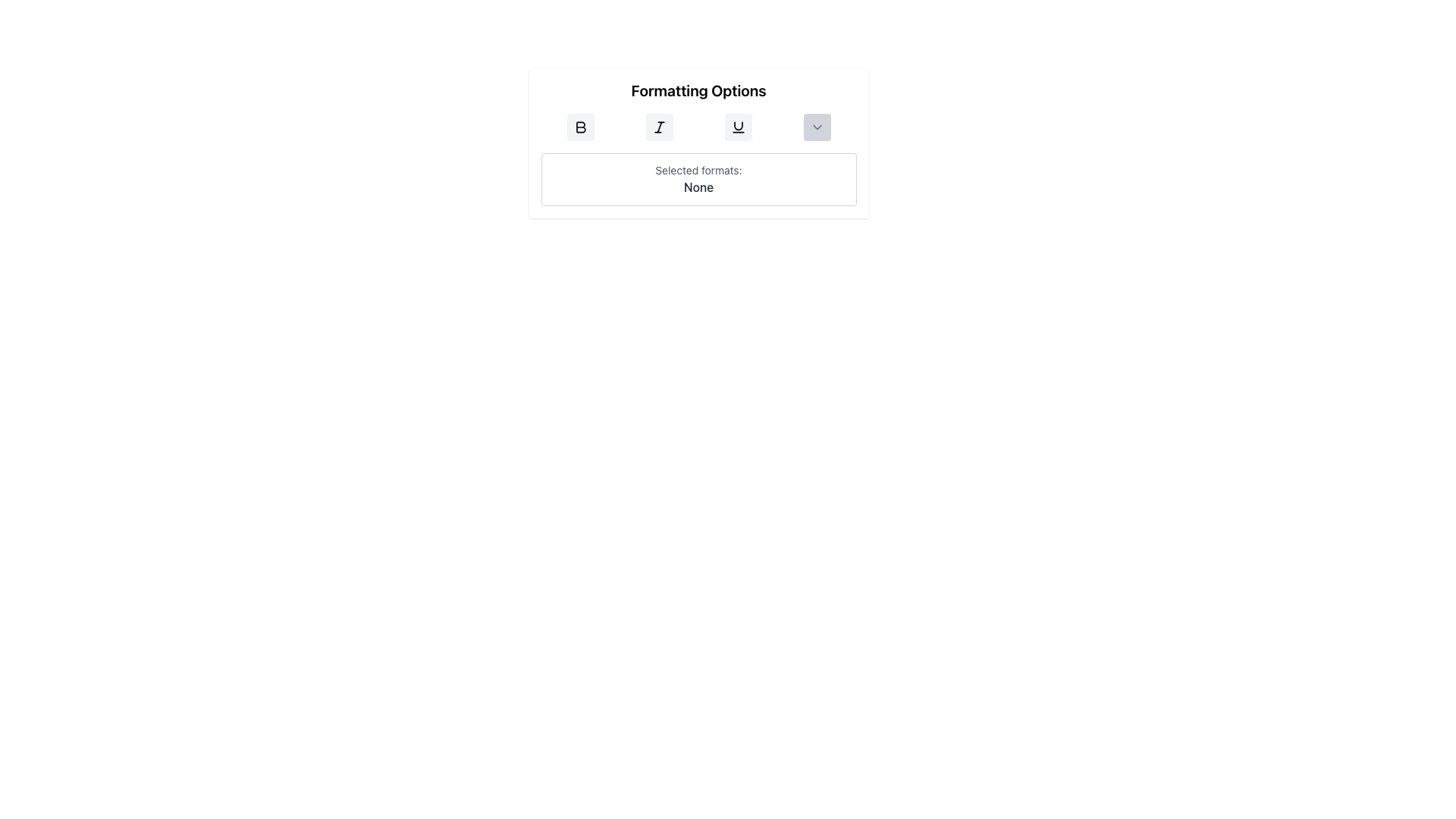  What do you see at coordinates (659, 127) in the screenshot?
I see `the italic icon button in the toolbar` at bounding box center [659, 127].